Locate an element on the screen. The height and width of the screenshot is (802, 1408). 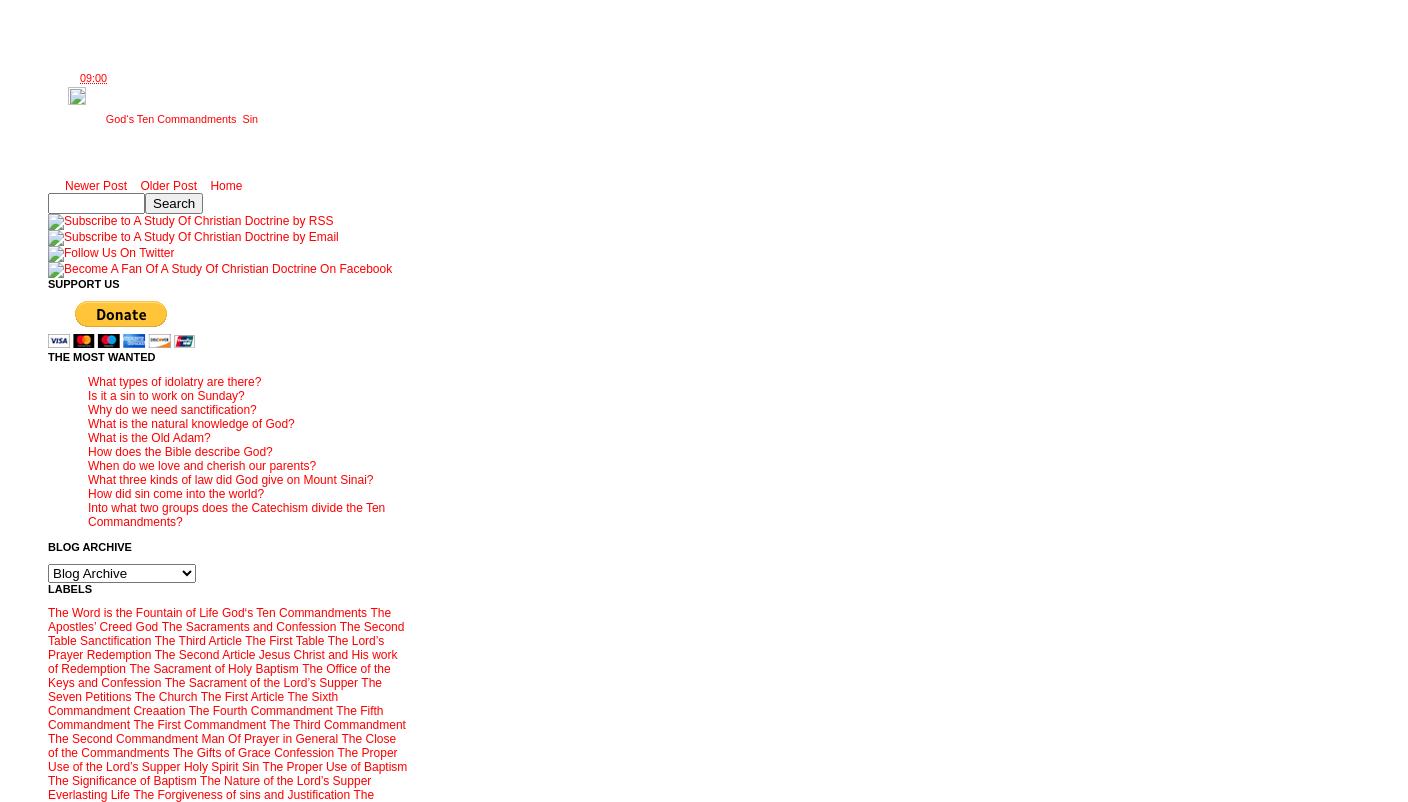
'God' is located at coordinates (146, 626).